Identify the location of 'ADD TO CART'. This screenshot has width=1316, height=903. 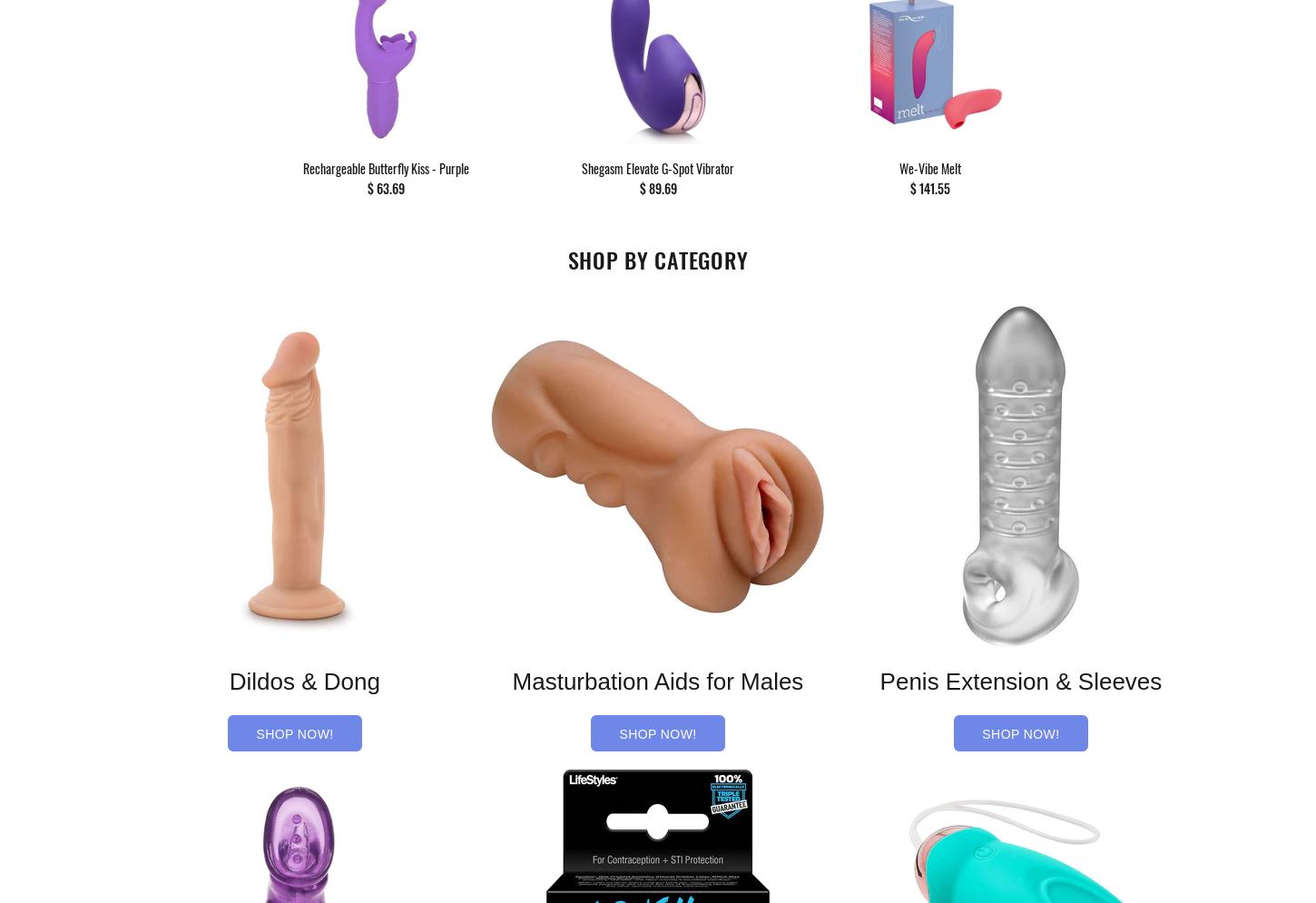
(671, 228).